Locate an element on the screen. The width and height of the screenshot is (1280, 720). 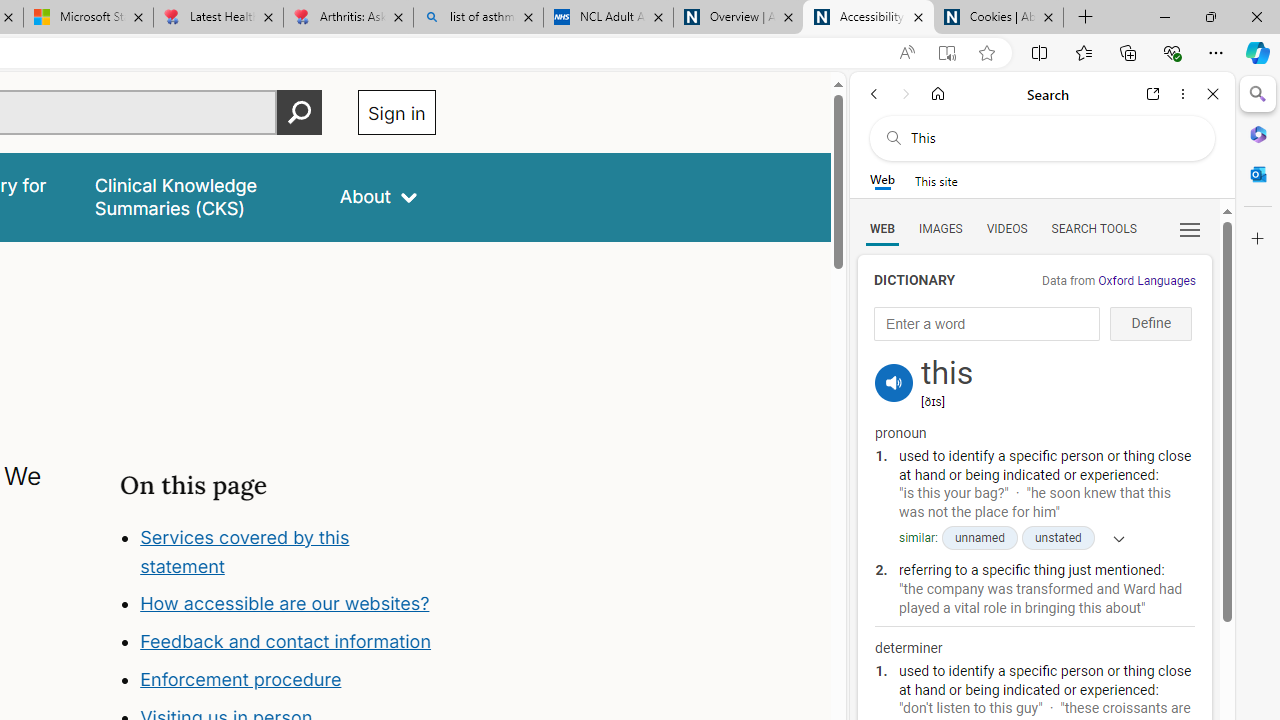
'How accessible are our websites?' is located at coordinates (287, 603).